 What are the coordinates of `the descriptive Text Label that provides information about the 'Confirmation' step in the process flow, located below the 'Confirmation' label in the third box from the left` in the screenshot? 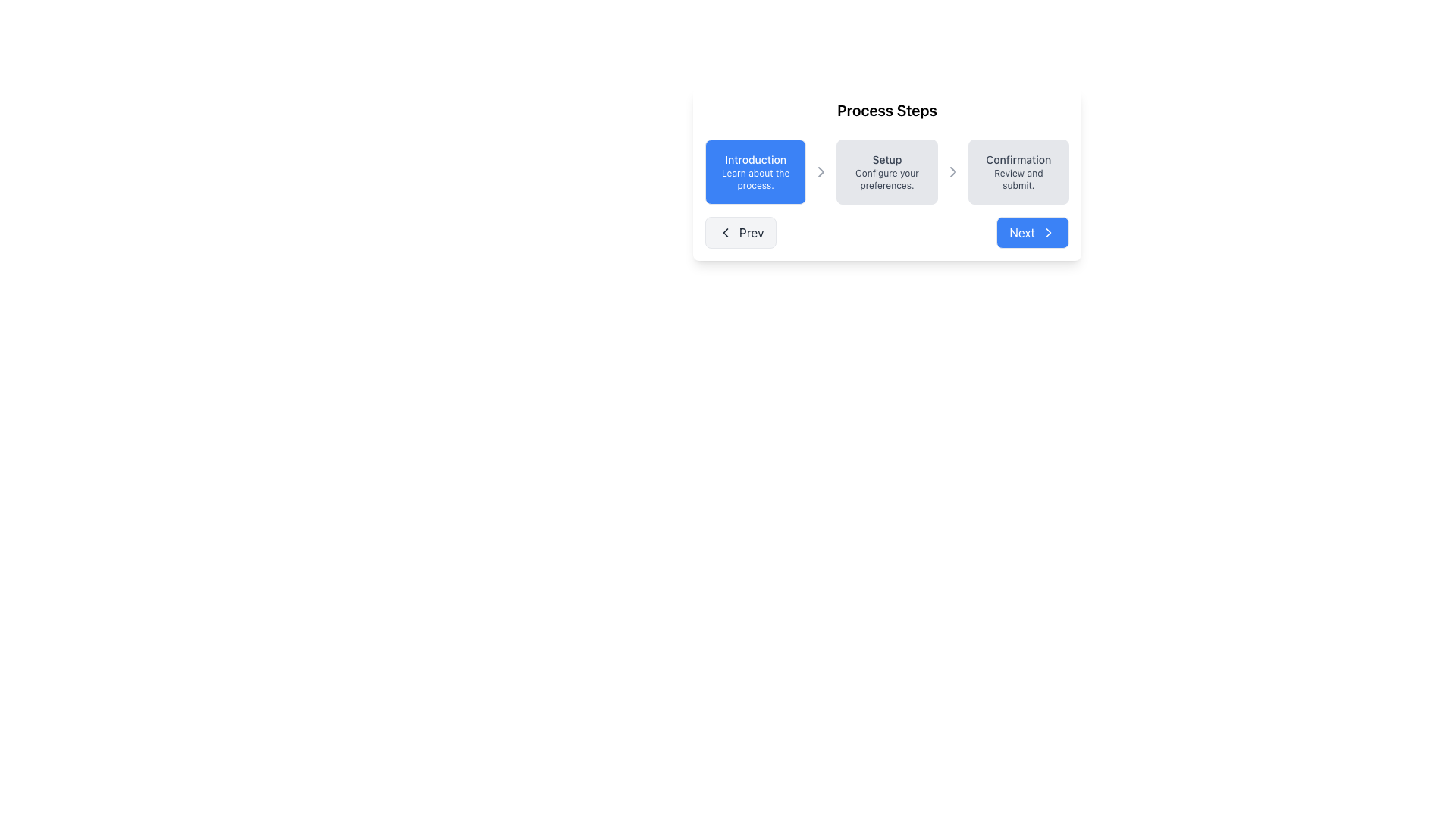 It's located at (1018, 178).